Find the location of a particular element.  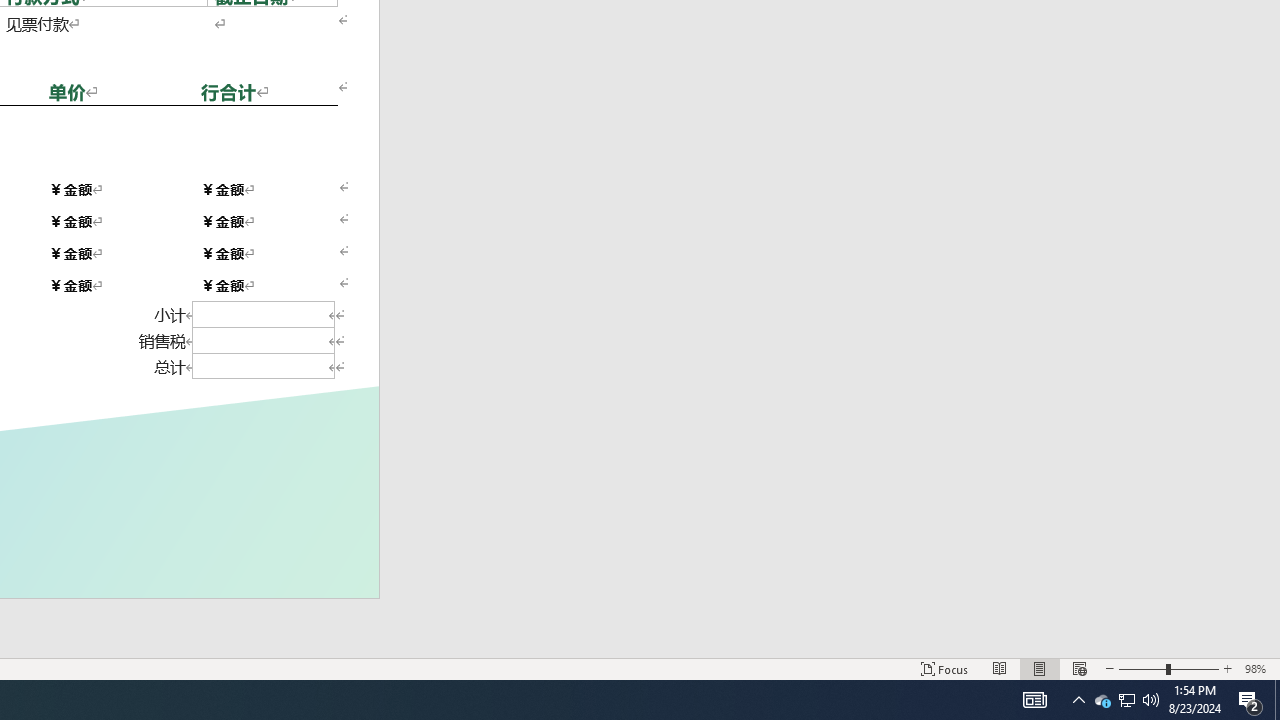

'Zoom 98%' is located at coordinates (1257, 669).